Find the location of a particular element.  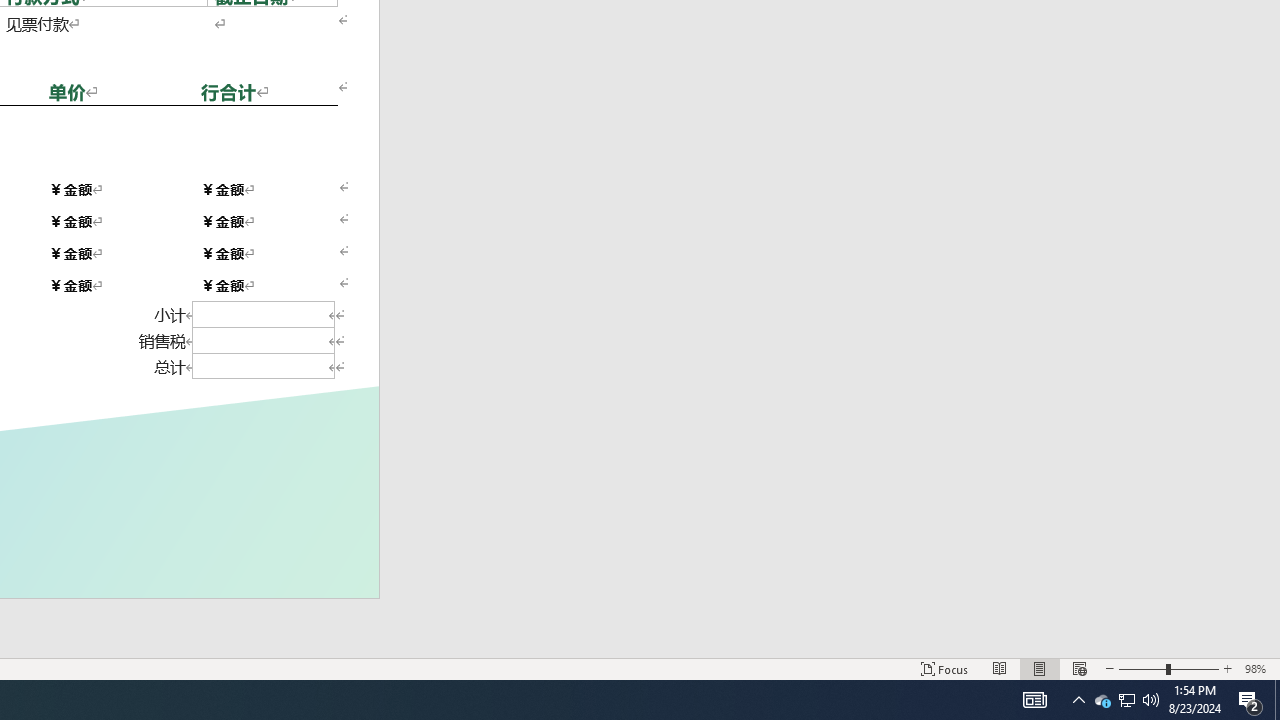

'Zoom 98%' is located at coordinates (1257, 669).